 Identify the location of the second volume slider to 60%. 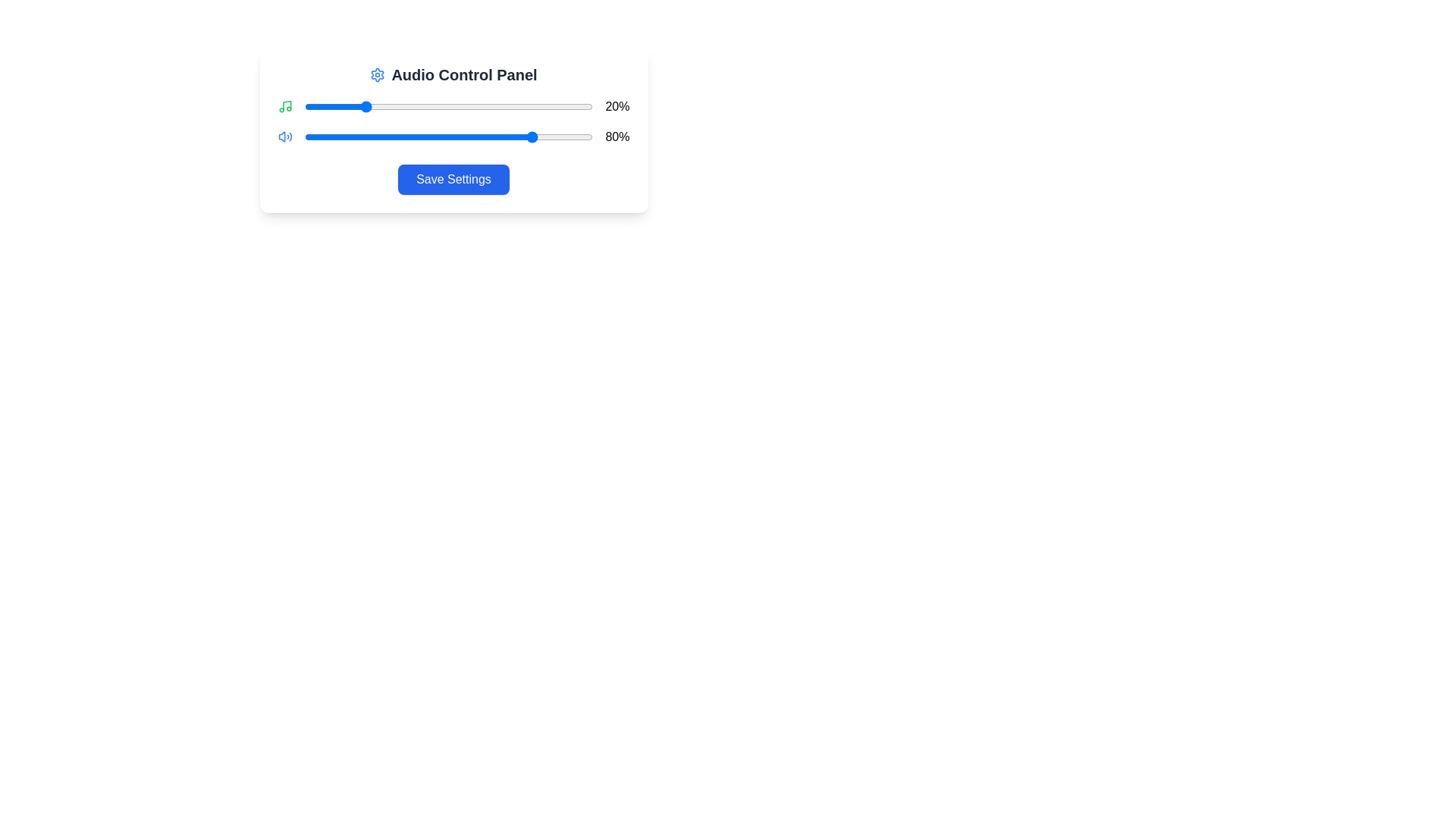
(477, 137).